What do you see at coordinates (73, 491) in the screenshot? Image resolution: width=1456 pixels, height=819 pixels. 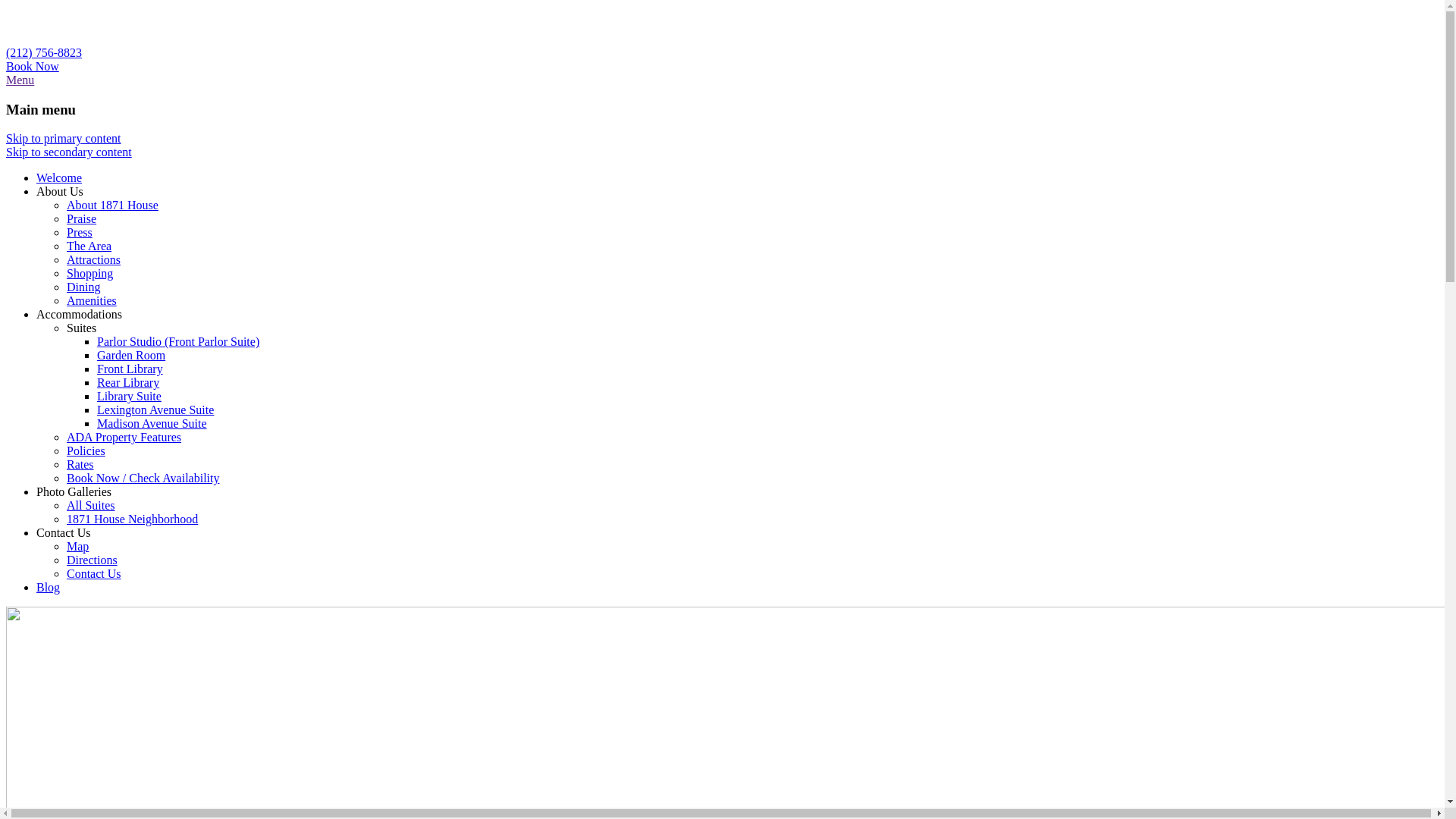 I see `'Photo Galleries'` at bounding box center [73, 491].